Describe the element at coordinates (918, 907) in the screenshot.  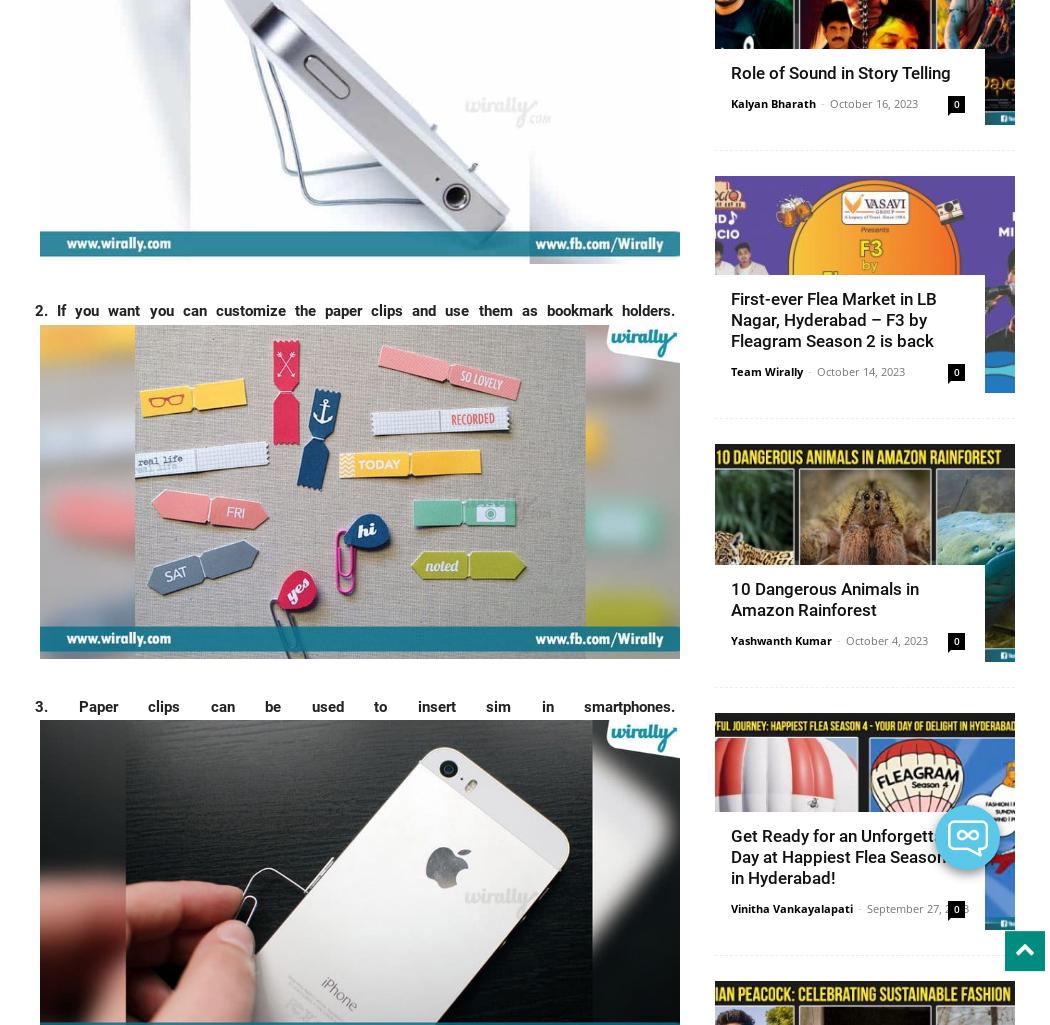
I see `'September 27, 2023'` at that location.